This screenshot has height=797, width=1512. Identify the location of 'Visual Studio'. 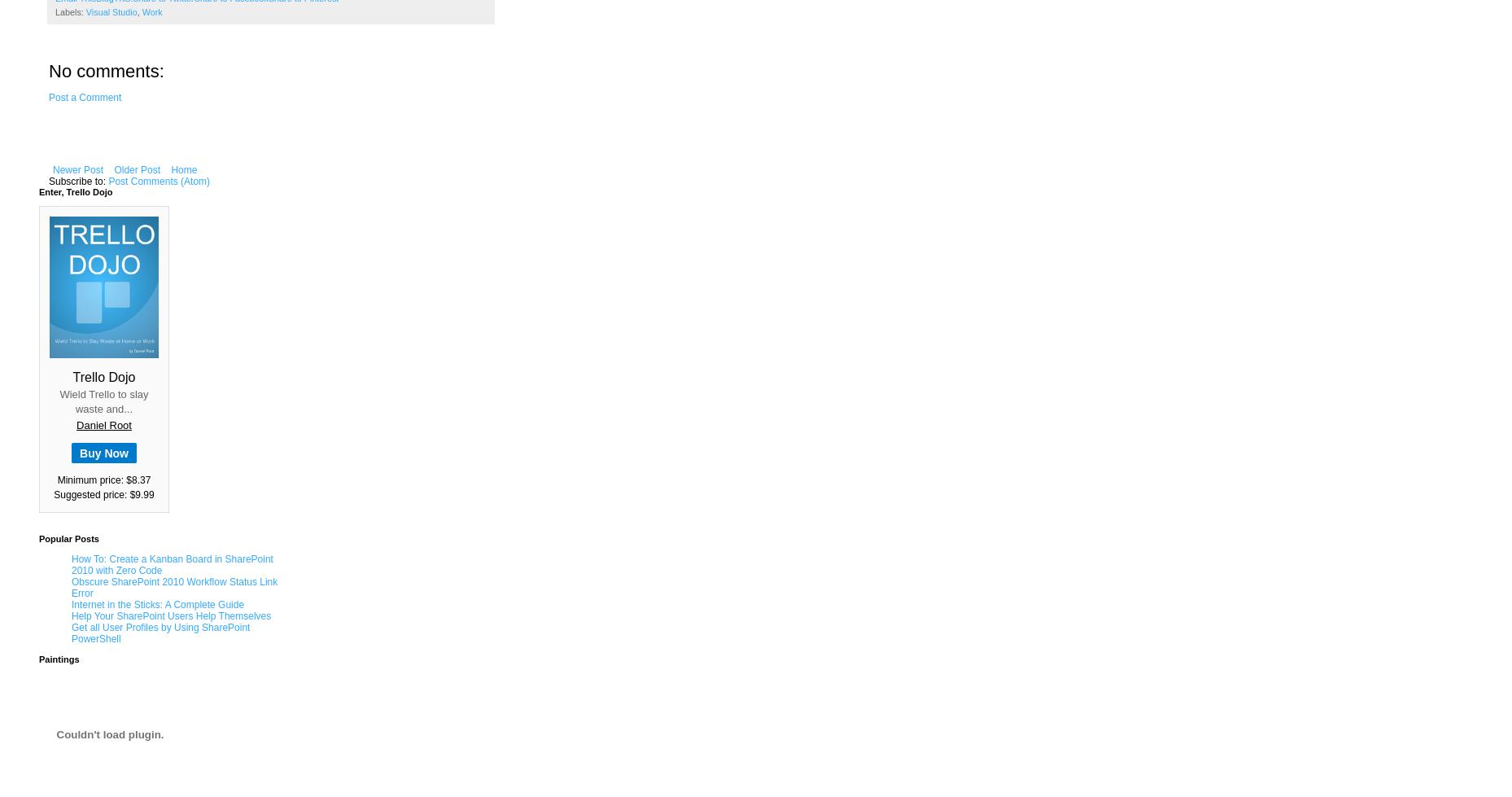
(111, 11).